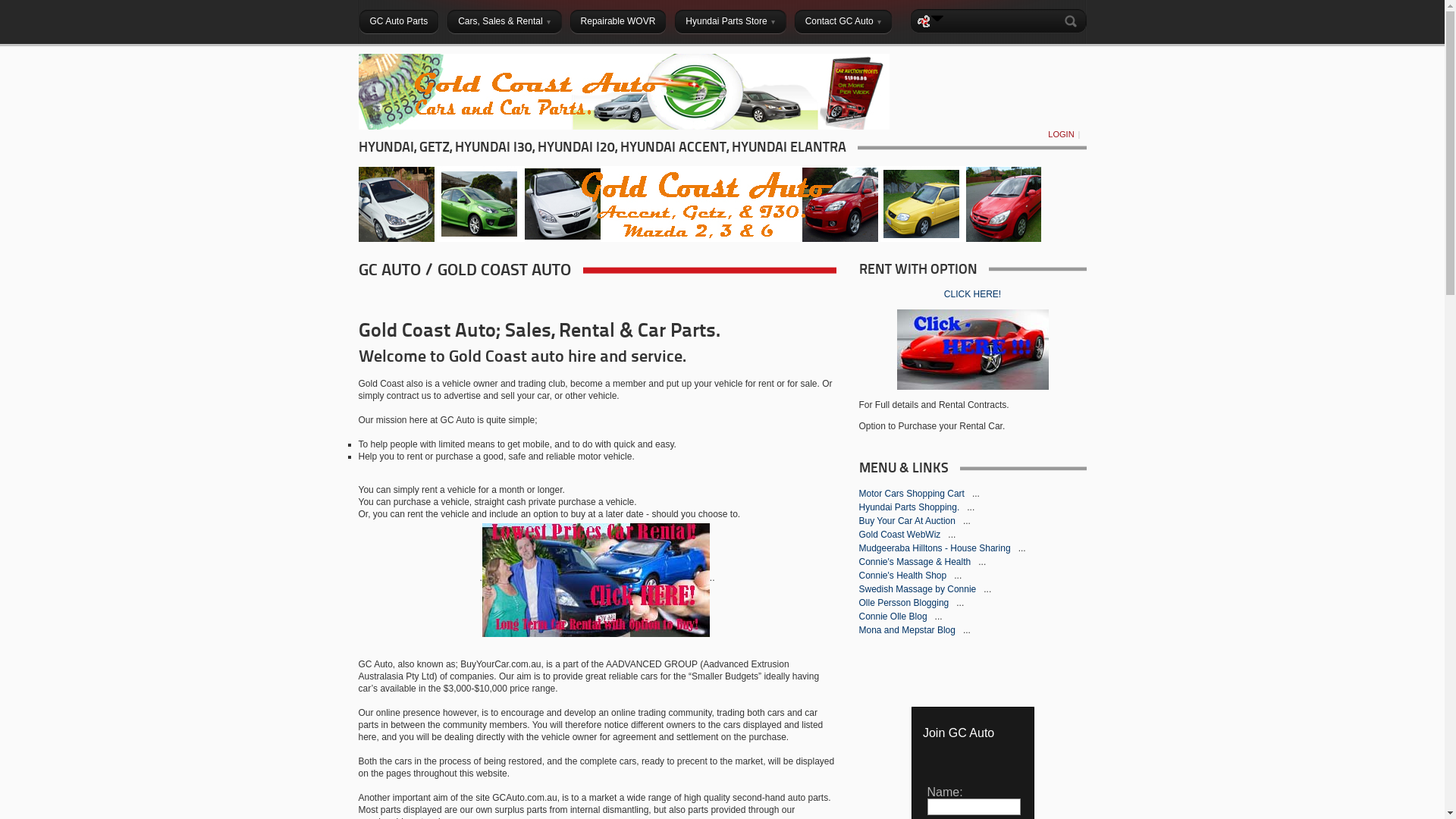 This screenshot has height=819, width=1456. I want to click on 'Hyundai Parts Shopping.', so click(910, 507).